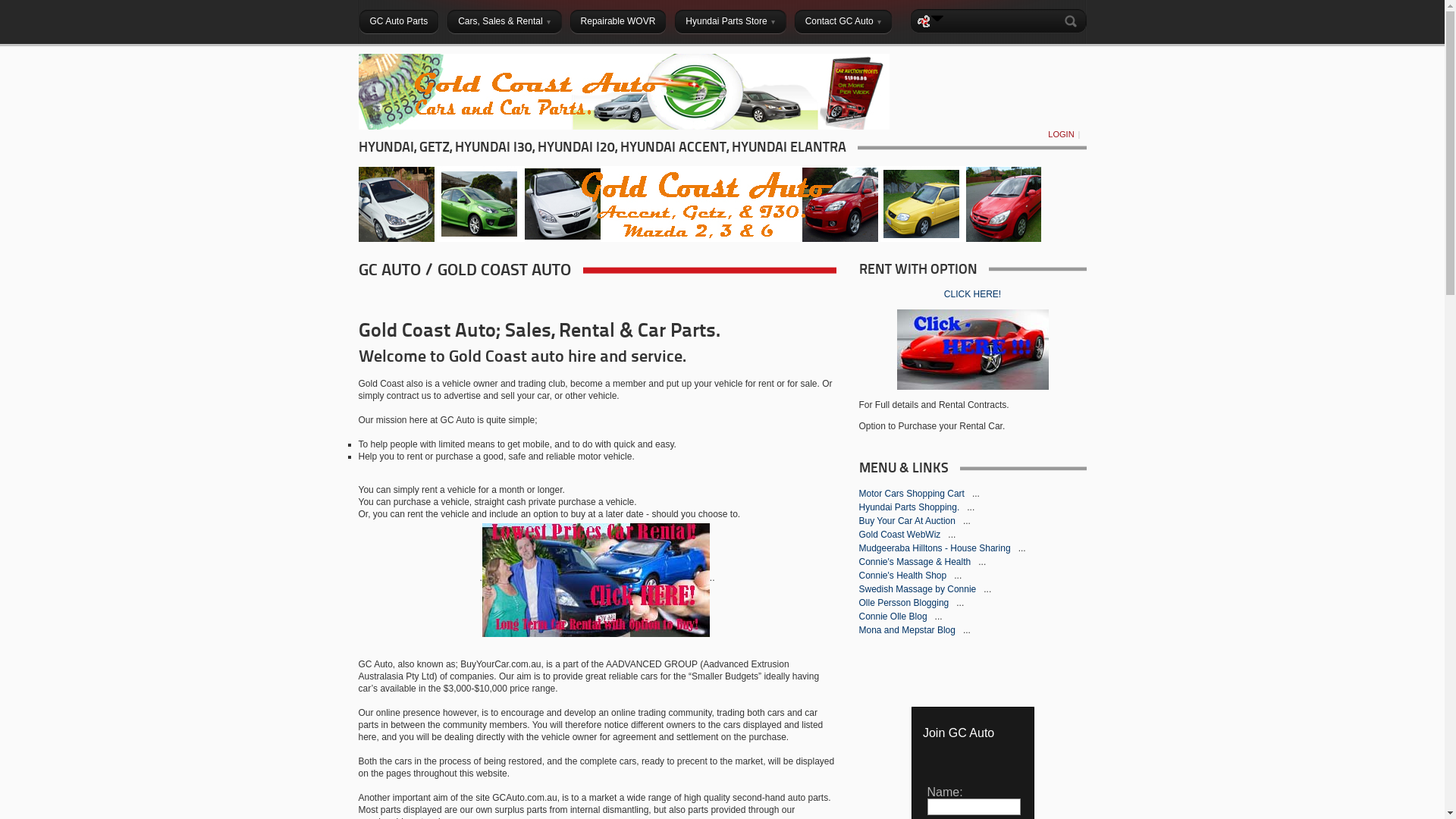 This screenshot has height=819, width=1456. I want to click on 'Hyundai Parts Shopping.', so click(910, 507).